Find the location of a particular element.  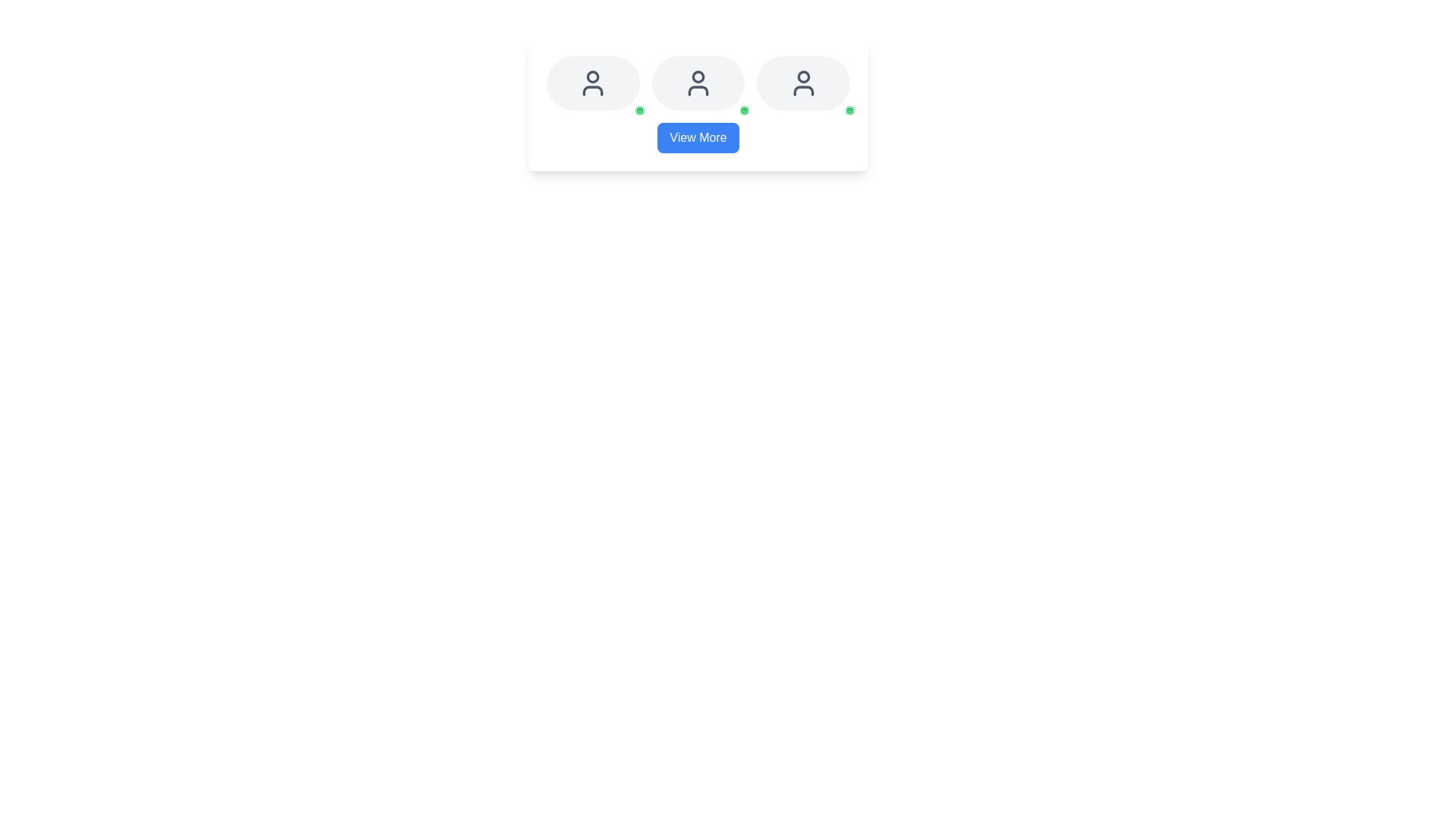

the design context of the user icon element, which is a curved line shape located at the bottom section of the central user icon in a horizontal layout of three user icons is located at coordinates (698, 90).